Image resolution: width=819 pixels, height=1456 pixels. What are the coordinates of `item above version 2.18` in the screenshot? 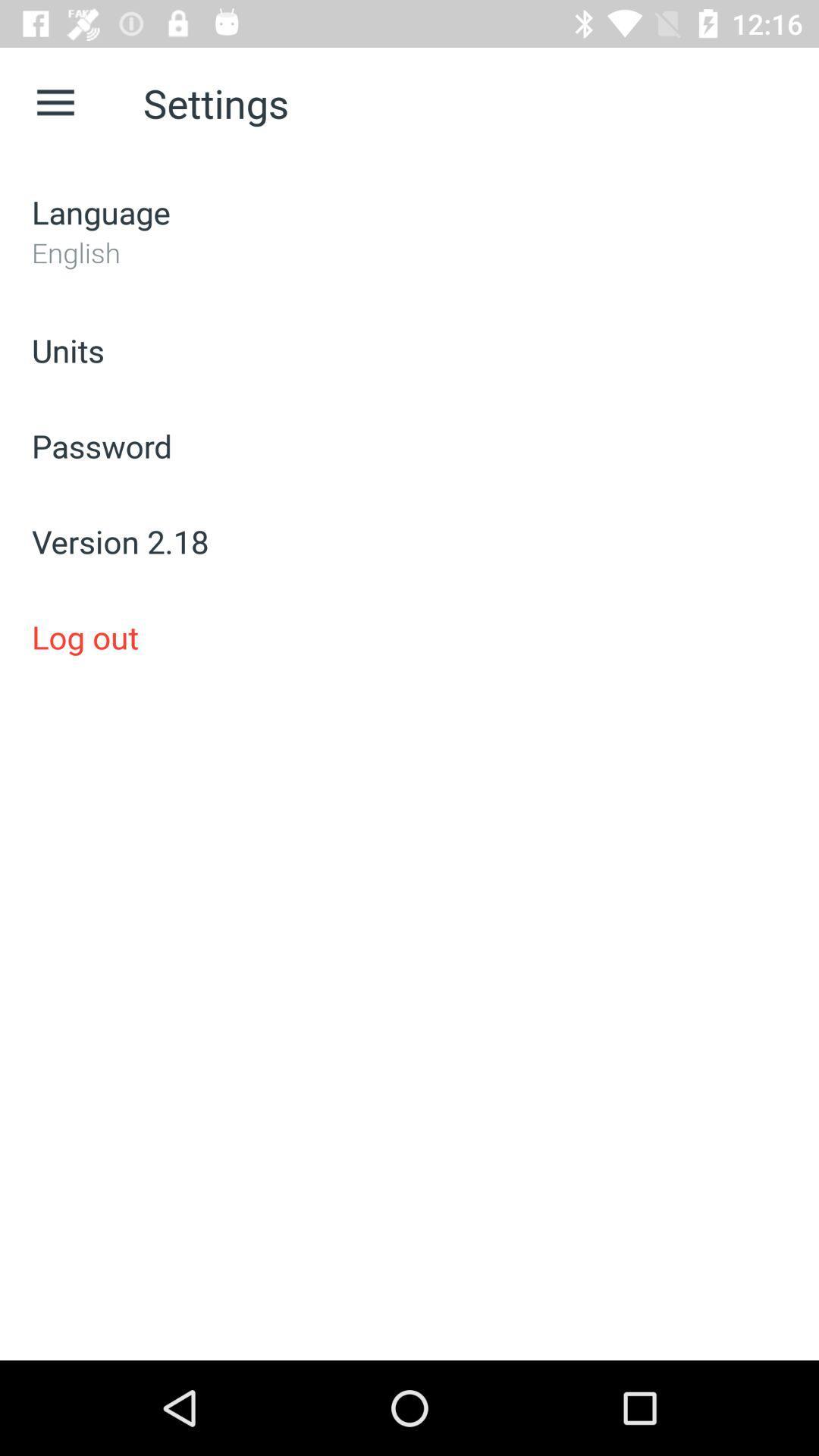 It's located at (409, 445).